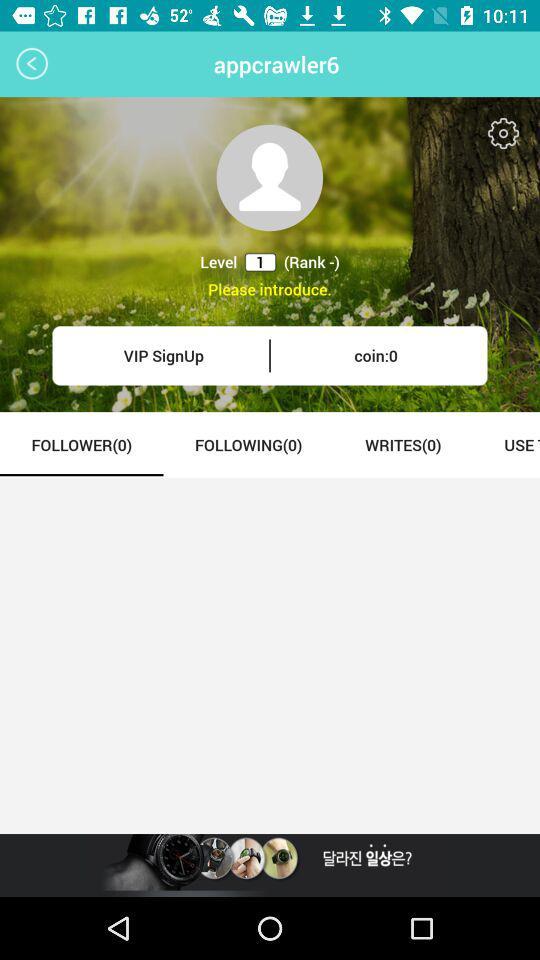  What do you see at coordinates (269, 176) in the screenshot?
I see `account holder` at bounding box center [269, 176].